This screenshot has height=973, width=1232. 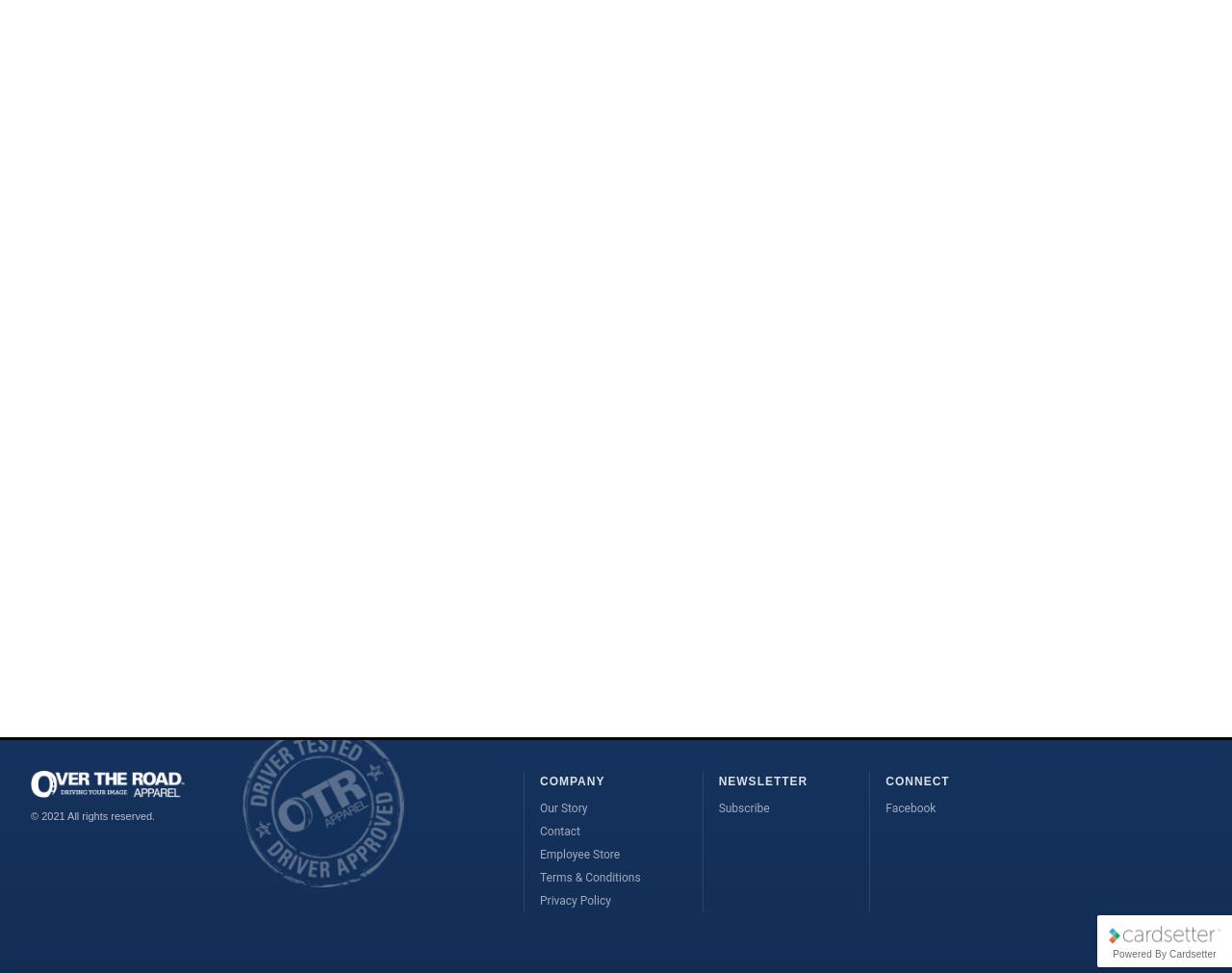 What do you see at coordinates (742, 807) in the screenshot?
I see `'Subscribe'` at bounding box center [742, 807].